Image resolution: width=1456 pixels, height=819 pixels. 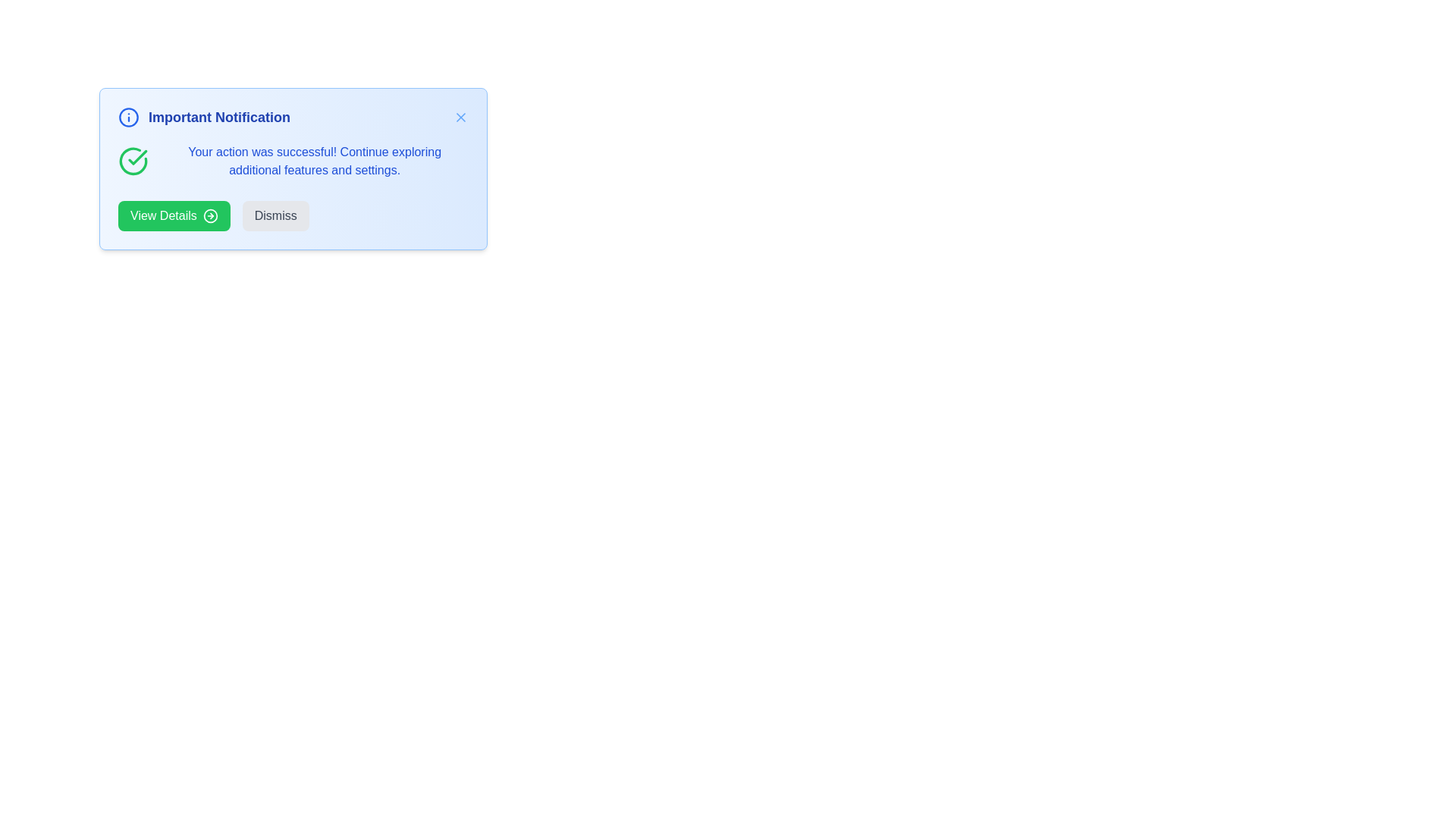 I want to click on the 'Dismiss' button to dismiss the notification, so click(x=275, y=216).